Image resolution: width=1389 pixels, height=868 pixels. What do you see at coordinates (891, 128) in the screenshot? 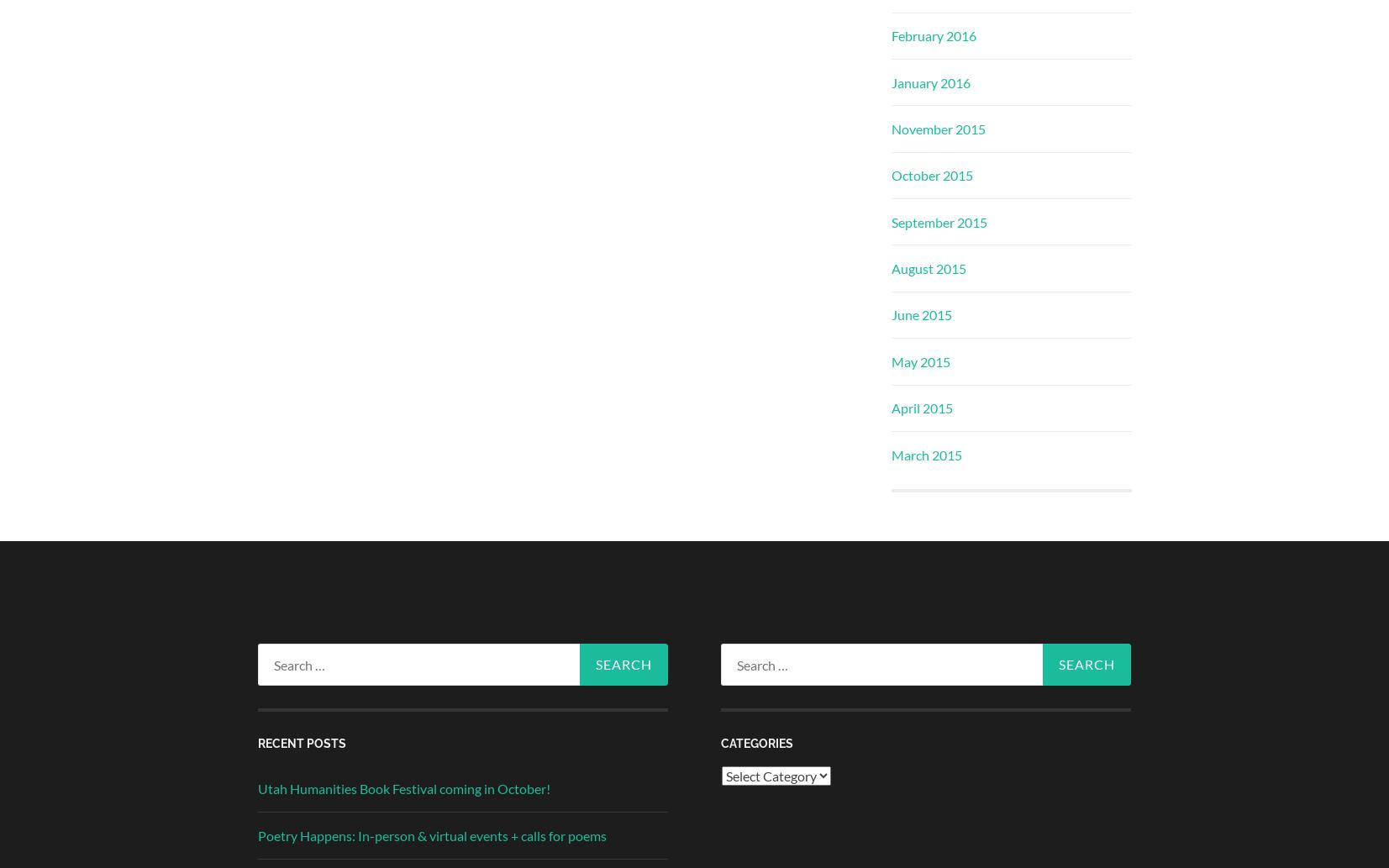
I see `'November 2015'` at bounding box center [891, 128].